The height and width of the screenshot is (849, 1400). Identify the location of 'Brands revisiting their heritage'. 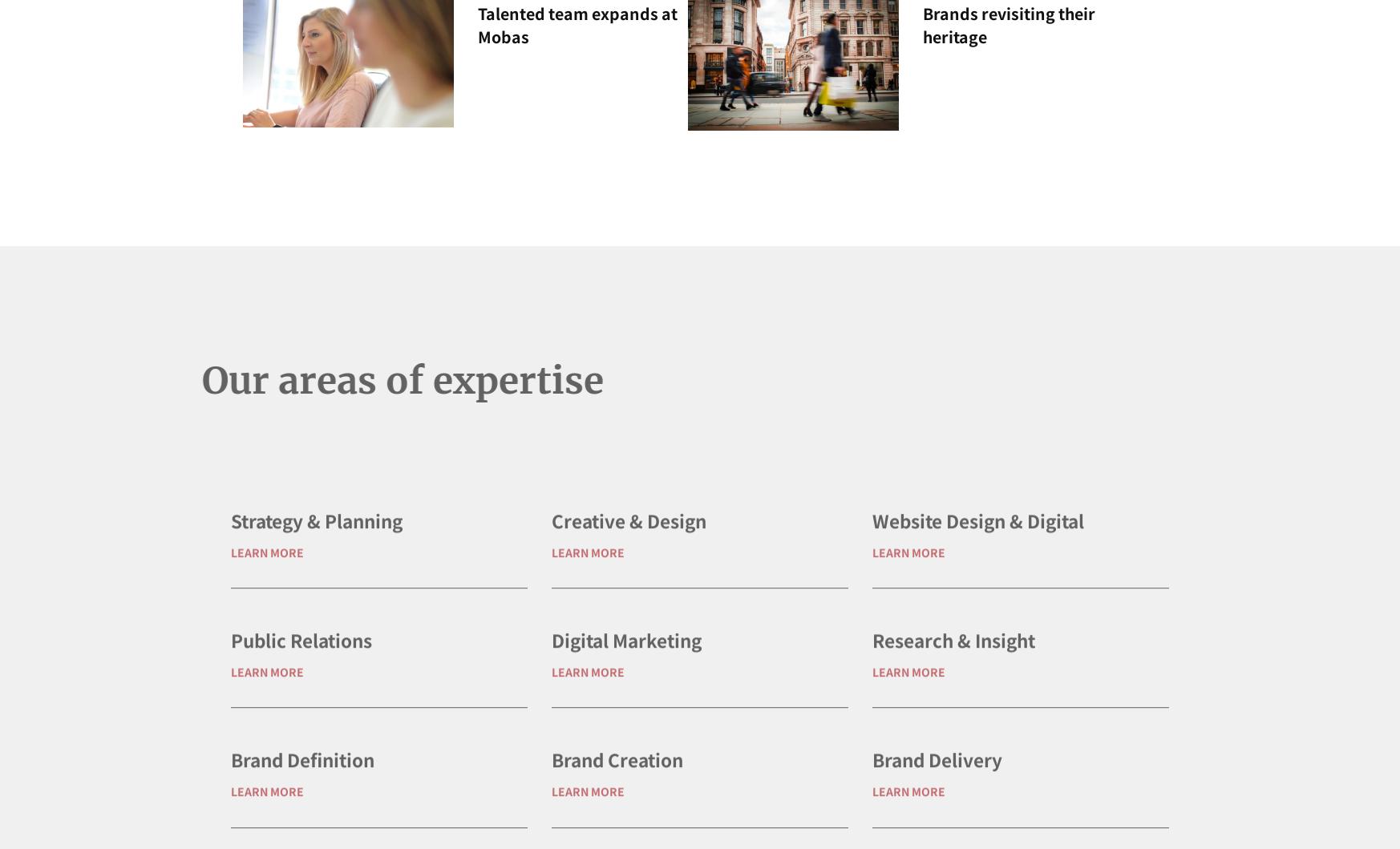
(1007, 25).